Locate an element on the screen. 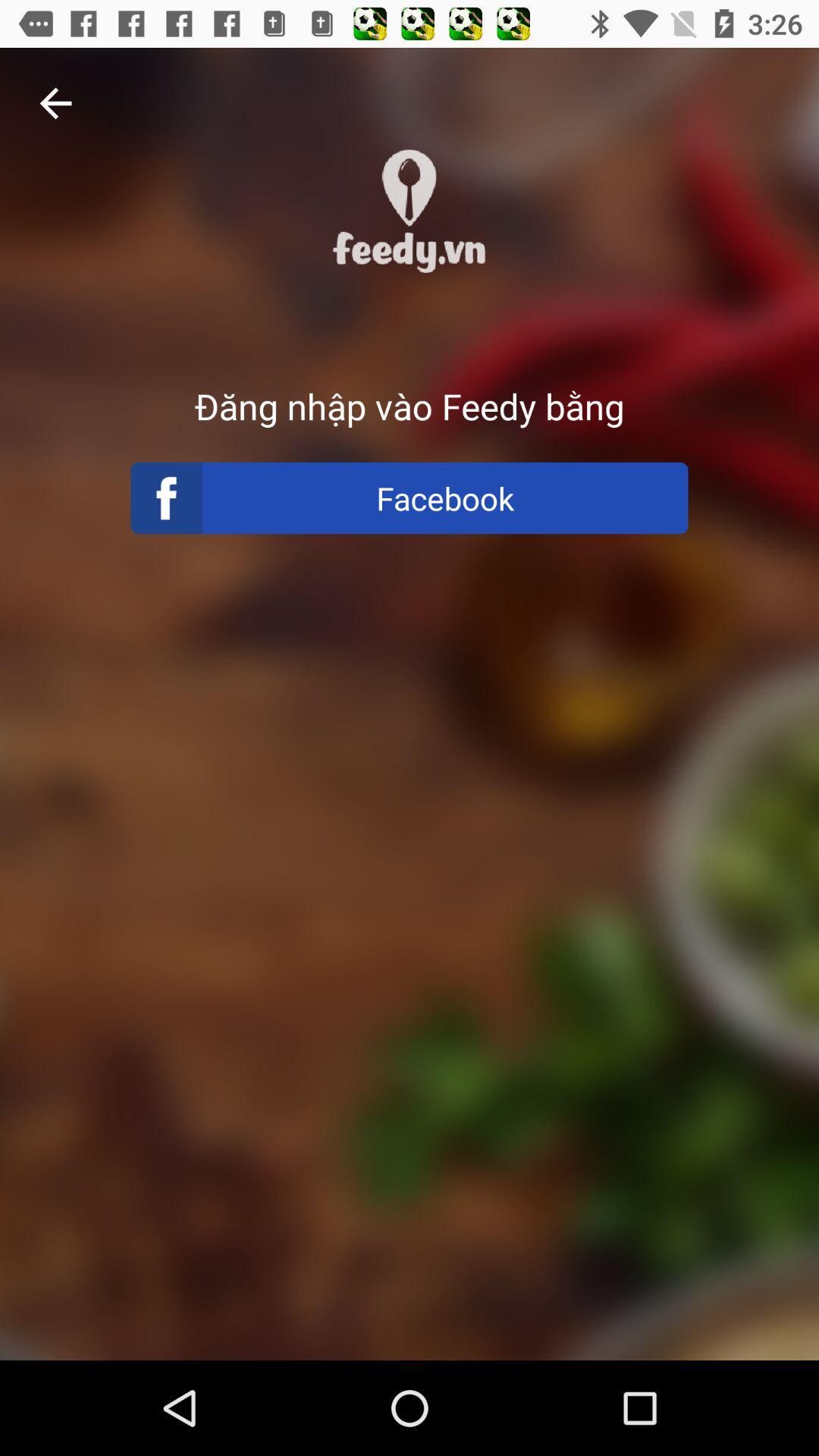 Image resolution: width=819 pixels, height=1456 pixels. the item at the top left corner is located at coordinates (55, 102).